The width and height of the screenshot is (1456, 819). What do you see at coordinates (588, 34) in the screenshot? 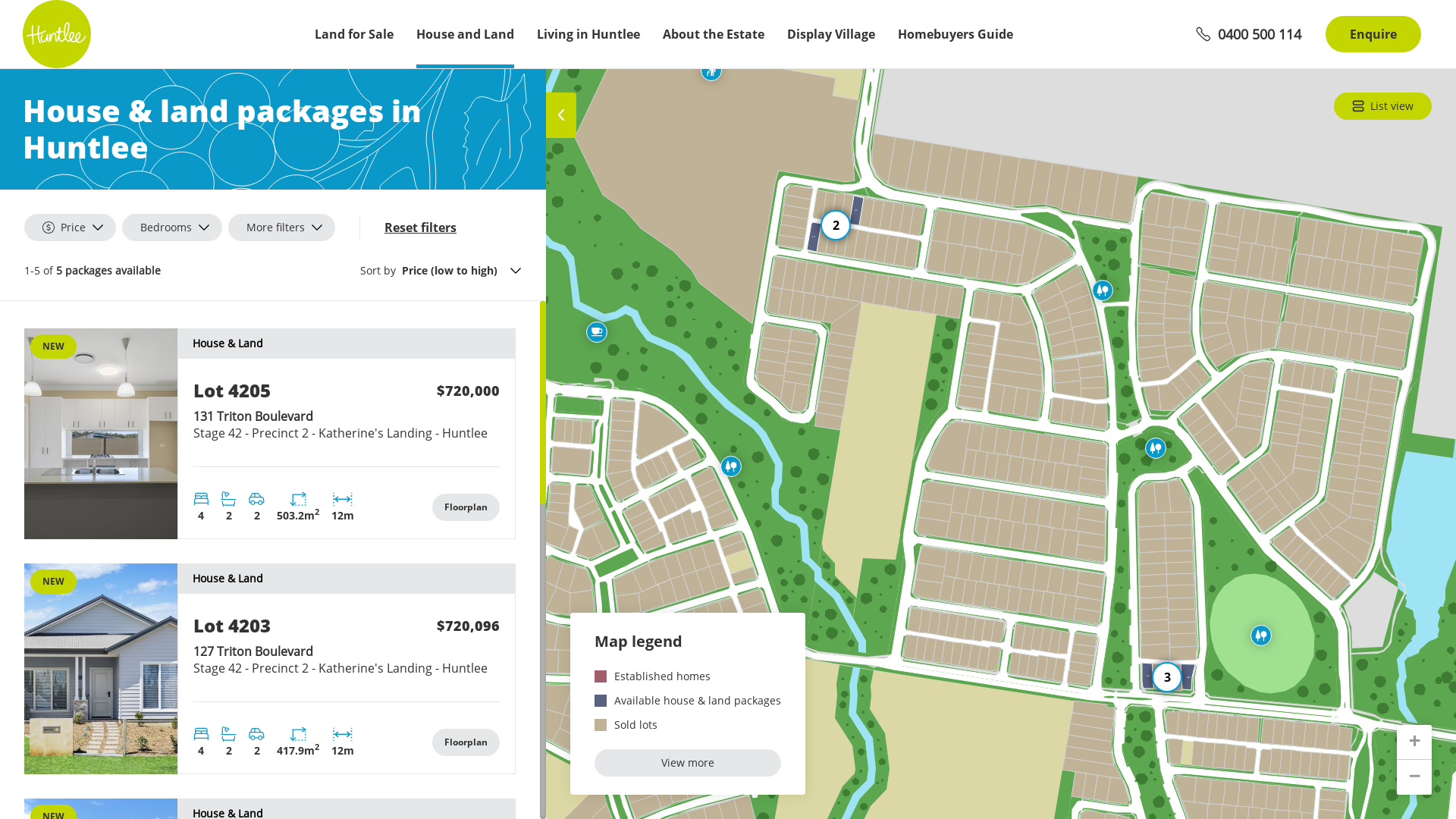
I see `'Living in Huntlee'` at bounding box center [588, 34].